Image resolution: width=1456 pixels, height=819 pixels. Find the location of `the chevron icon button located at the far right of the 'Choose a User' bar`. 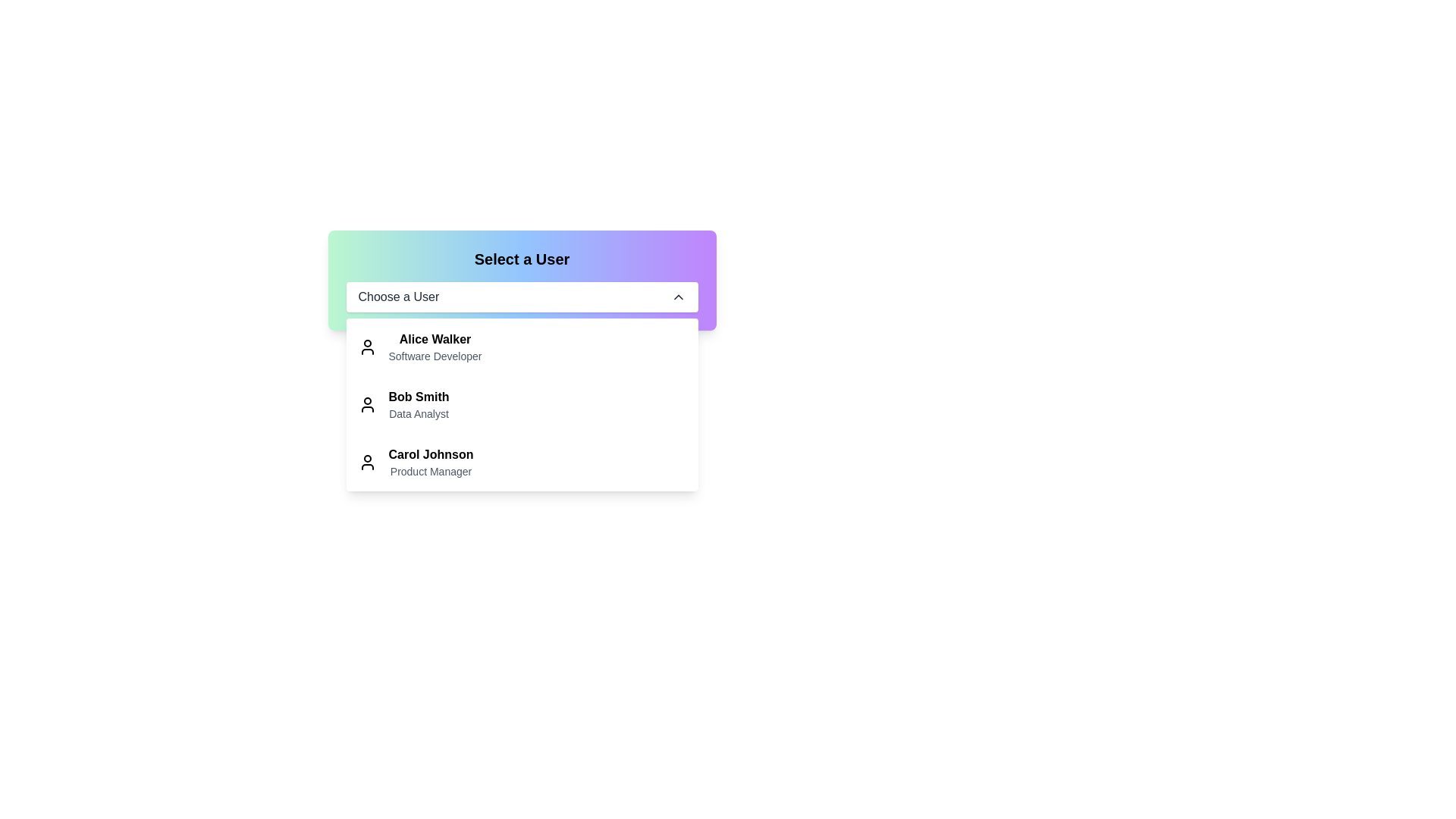

the chevron icon button located at the far right of the 'Choose a User' bar is located at coordinates (677, 297).